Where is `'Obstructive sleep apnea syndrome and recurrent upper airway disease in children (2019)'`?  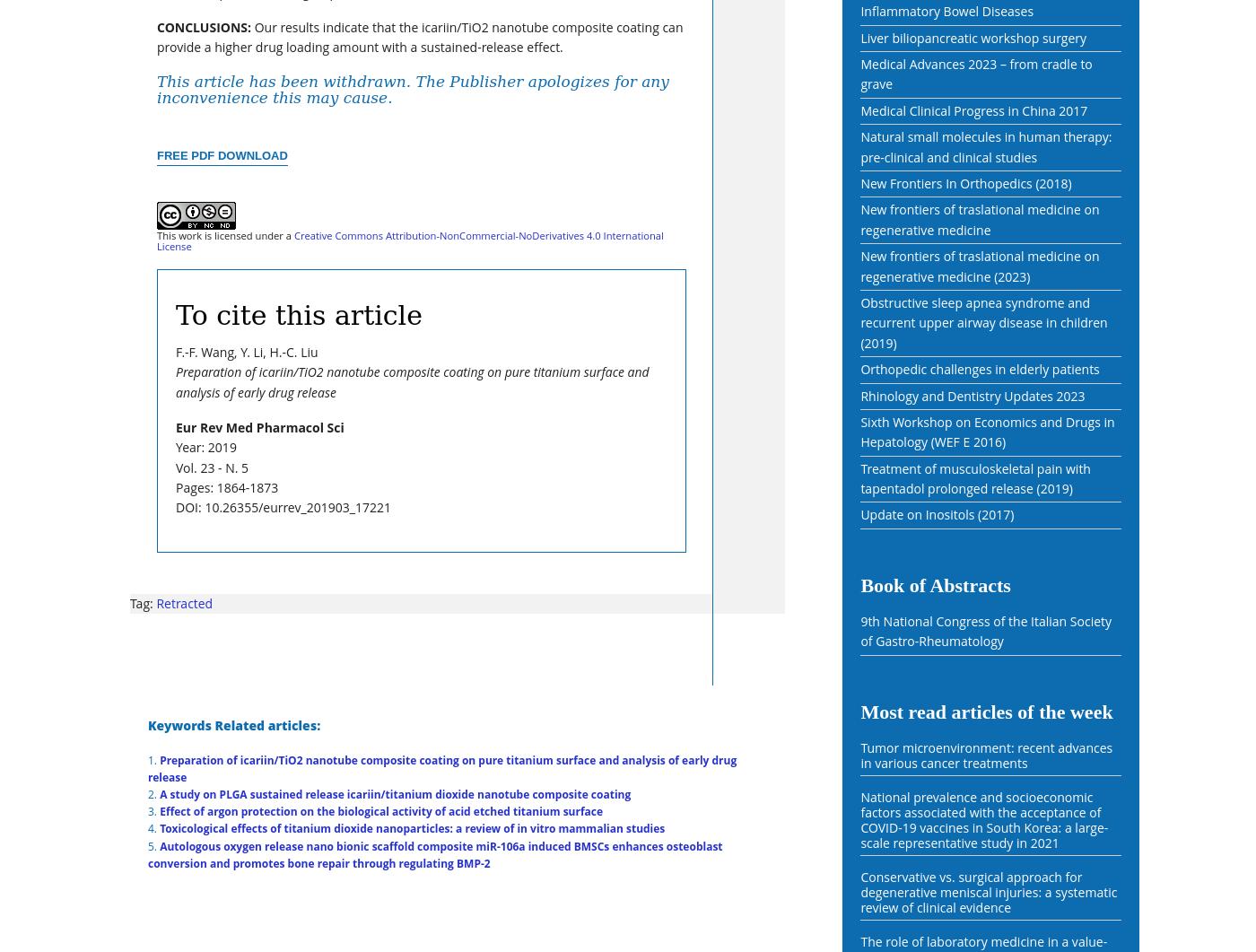
'Obstructive sleep apnea syndrome and recurrent upper airway disease in children (2019)' is located at coordinates (983, 322).